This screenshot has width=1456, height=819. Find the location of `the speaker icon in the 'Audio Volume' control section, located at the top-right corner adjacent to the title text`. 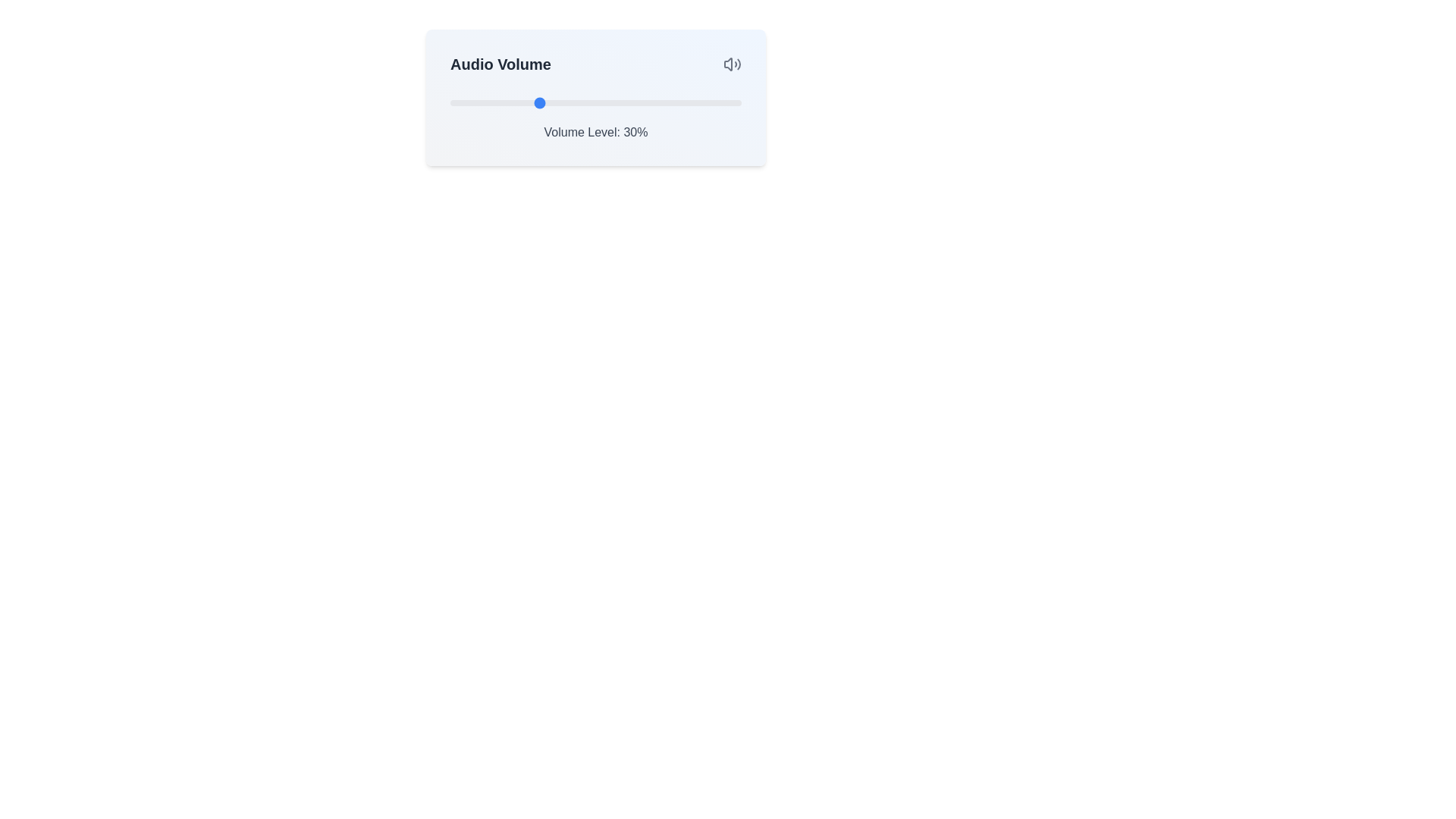

the speaker icon in the 'Audio Volume' control section, located at the top-right corner adjacent to the title text is located at coordinates (732, 63).